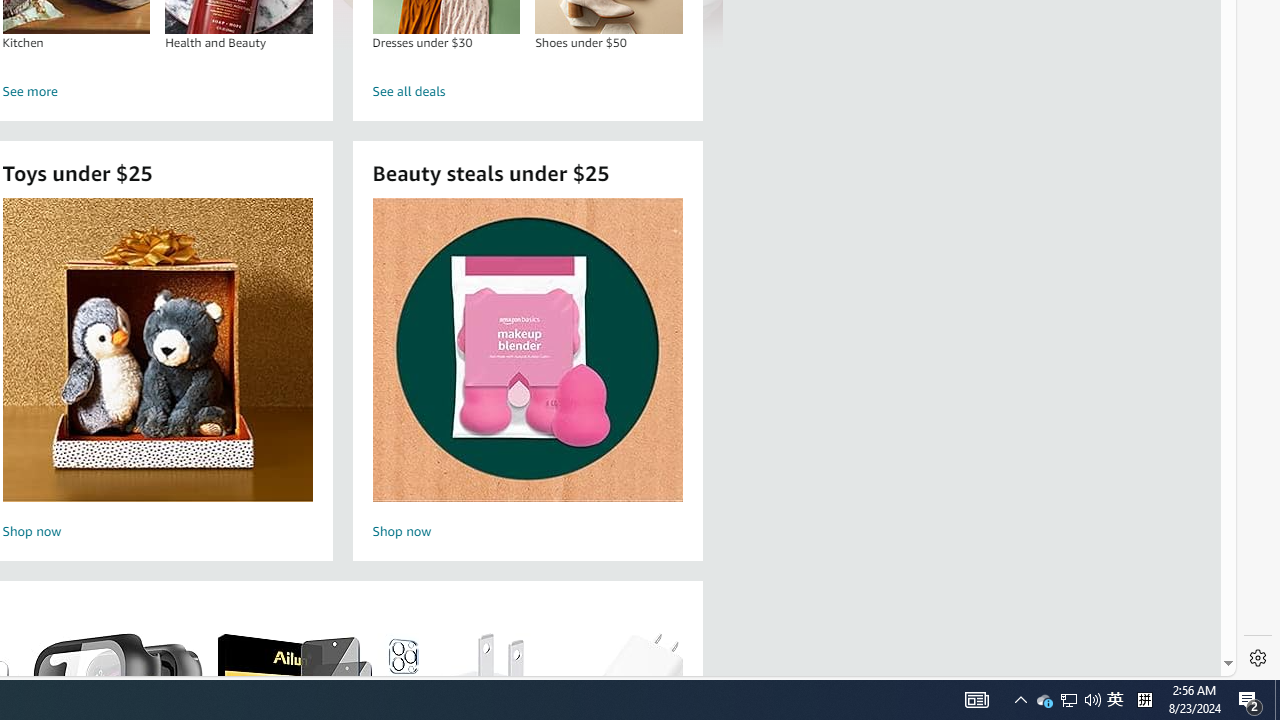  Describe the element at coordinates (527, 371) in the screenshot. I see `'Beauty steals under $25 Shop now'` at that location.